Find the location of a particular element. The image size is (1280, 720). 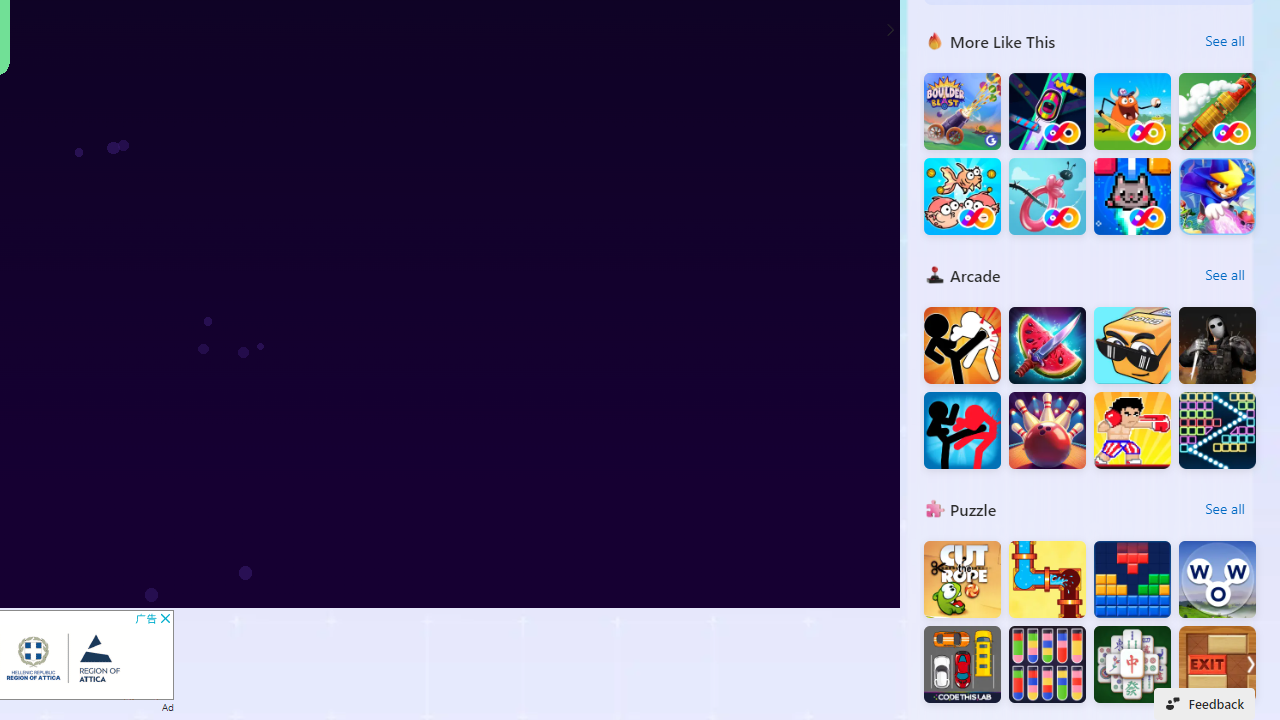

'Balloon FRVR' is located at coordinates (1046, 196).